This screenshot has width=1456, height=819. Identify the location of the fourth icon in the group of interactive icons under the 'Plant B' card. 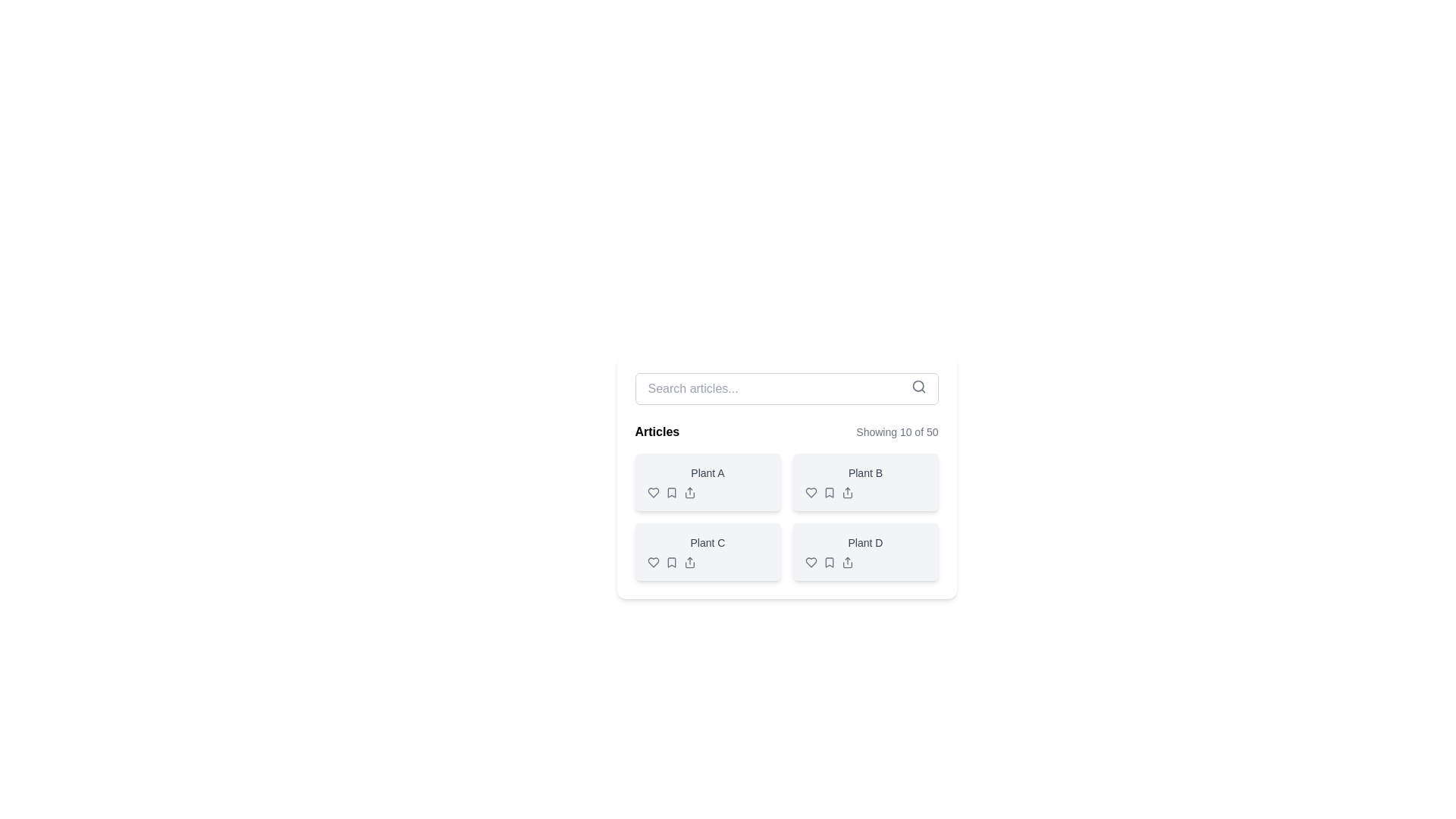
(846, 493).